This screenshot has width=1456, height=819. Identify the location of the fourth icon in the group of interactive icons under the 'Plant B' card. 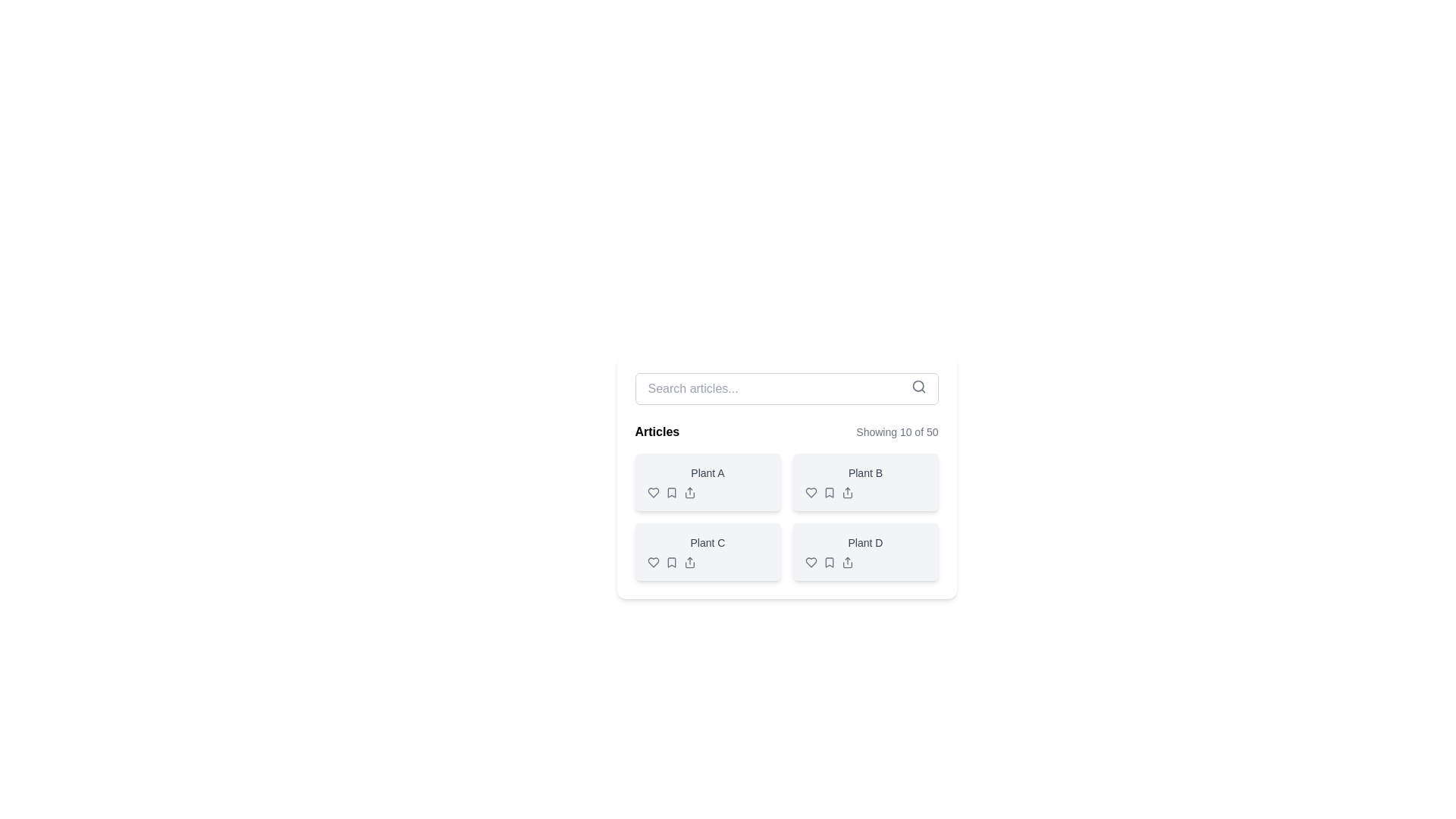
(846, 493).